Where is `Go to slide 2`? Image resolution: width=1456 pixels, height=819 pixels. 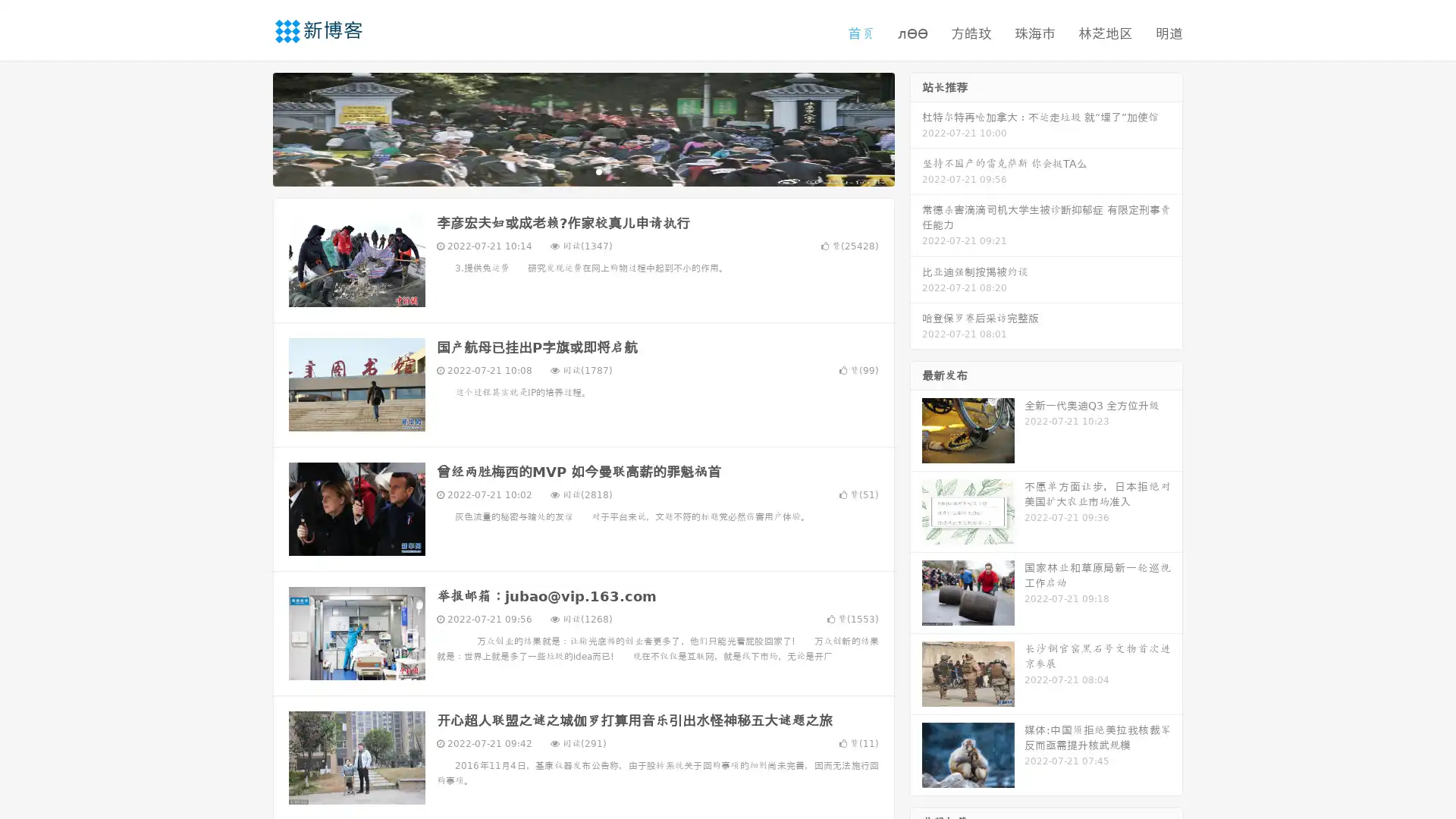 Go to slide 2 is located at coordinates (582, 171).